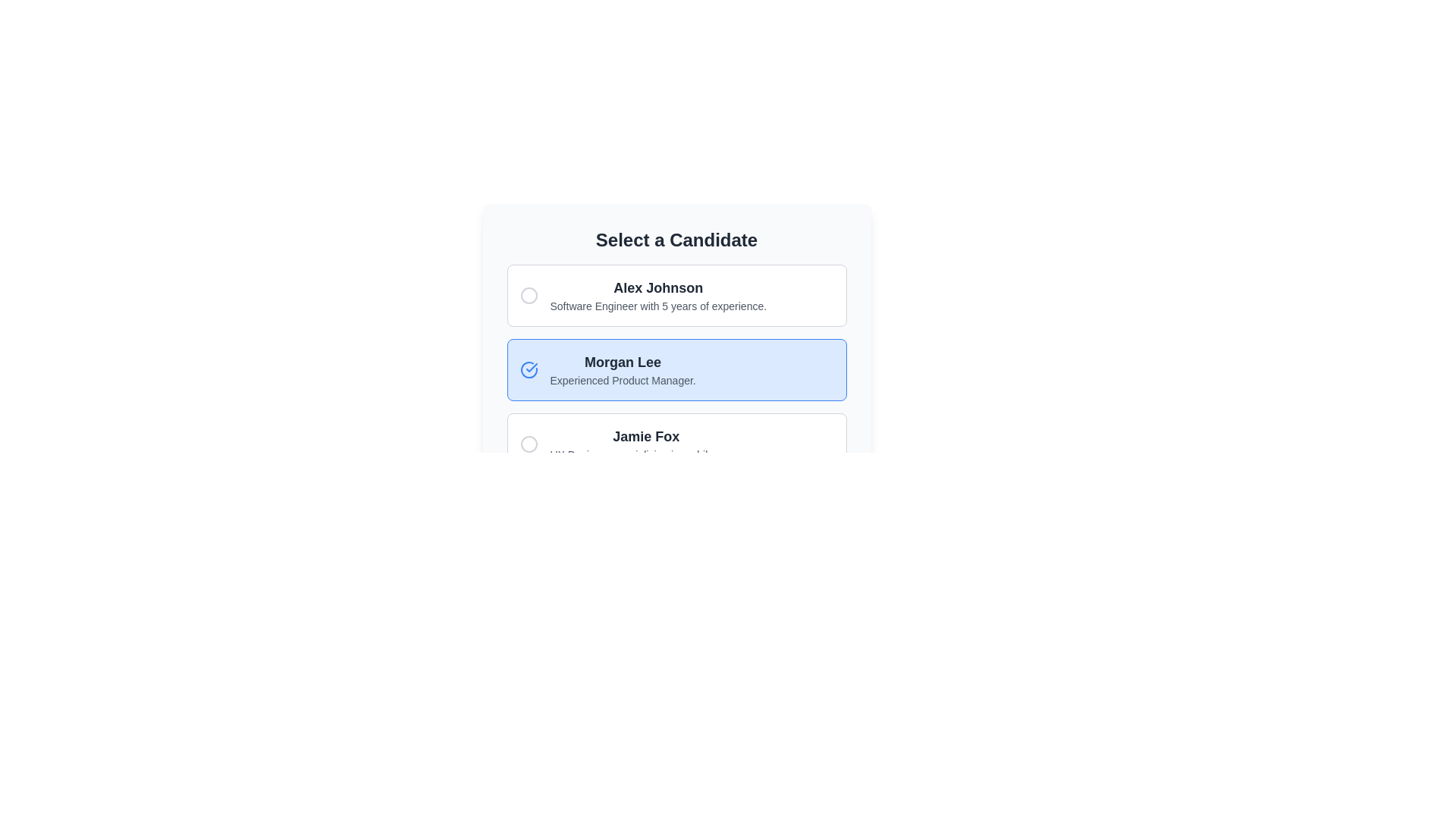 This screenshot has height=819, width=1456. Describe the element at coordinates (676, 370) in the screenshot. I see `the selectable item in the list labeled 'Morgan Lee'` at that location.